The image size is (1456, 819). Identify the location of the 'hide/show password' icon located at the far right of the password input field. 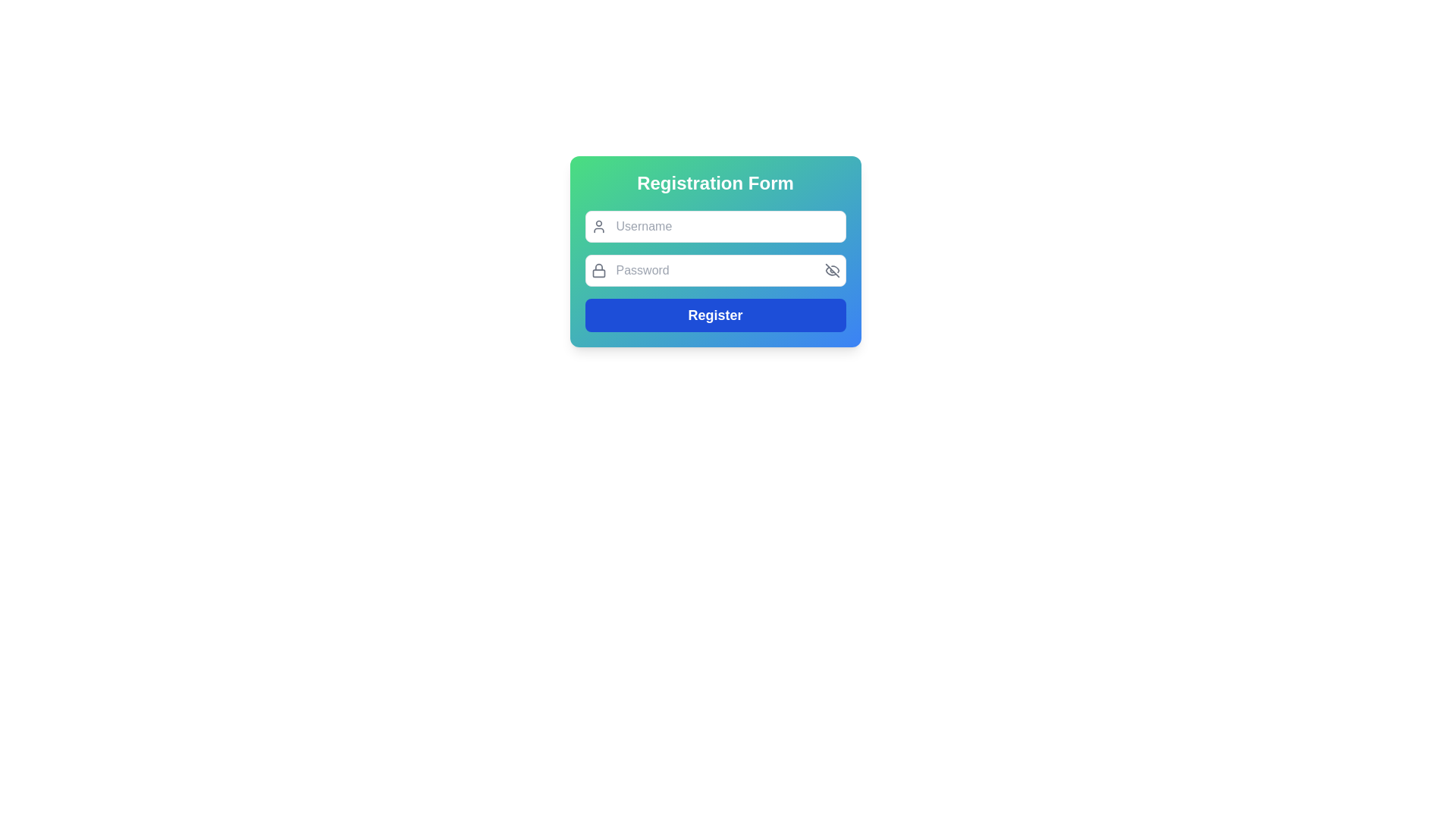
(831, 270).